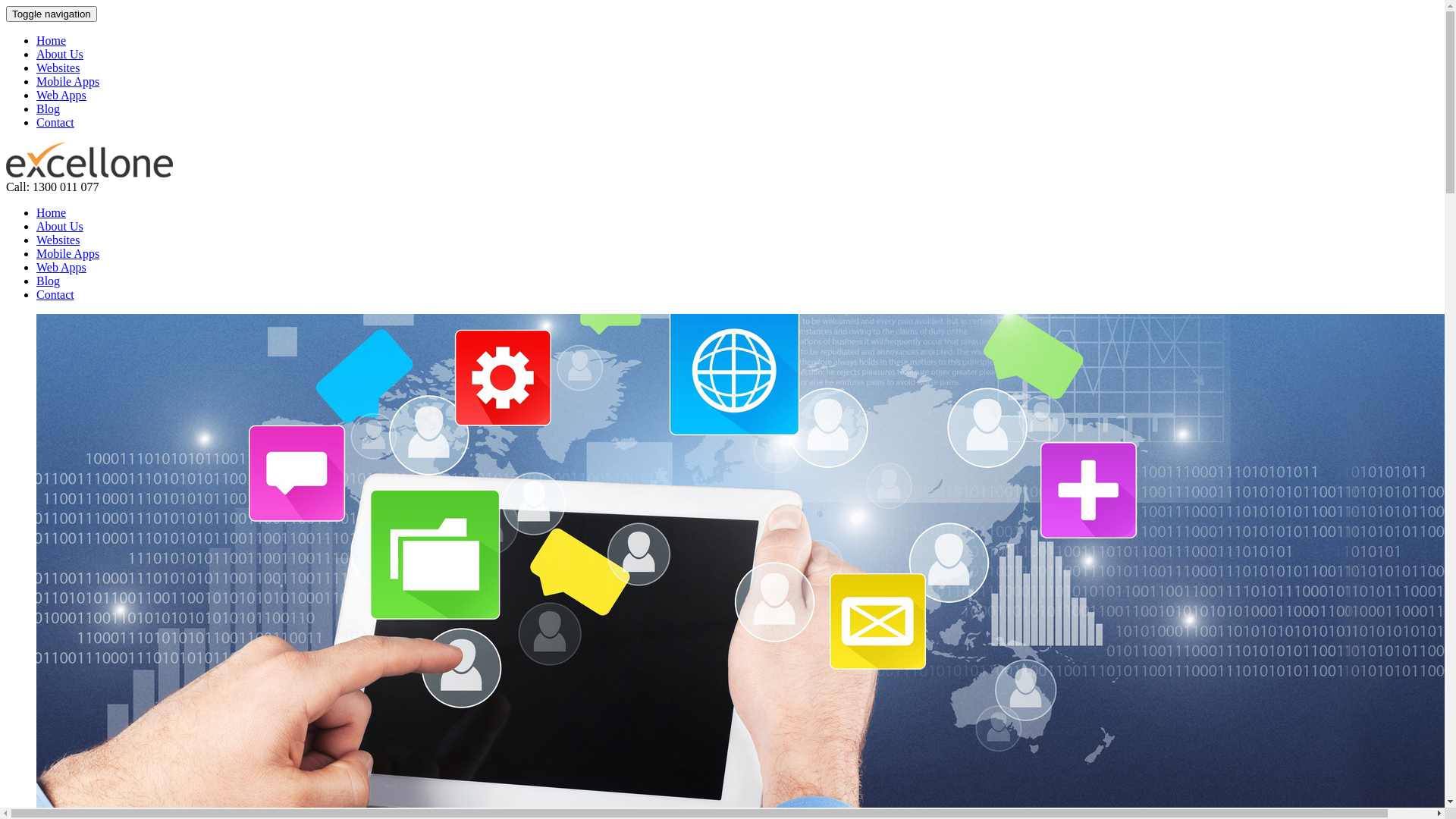  I want to click on 'Blog', so click(48, 281).